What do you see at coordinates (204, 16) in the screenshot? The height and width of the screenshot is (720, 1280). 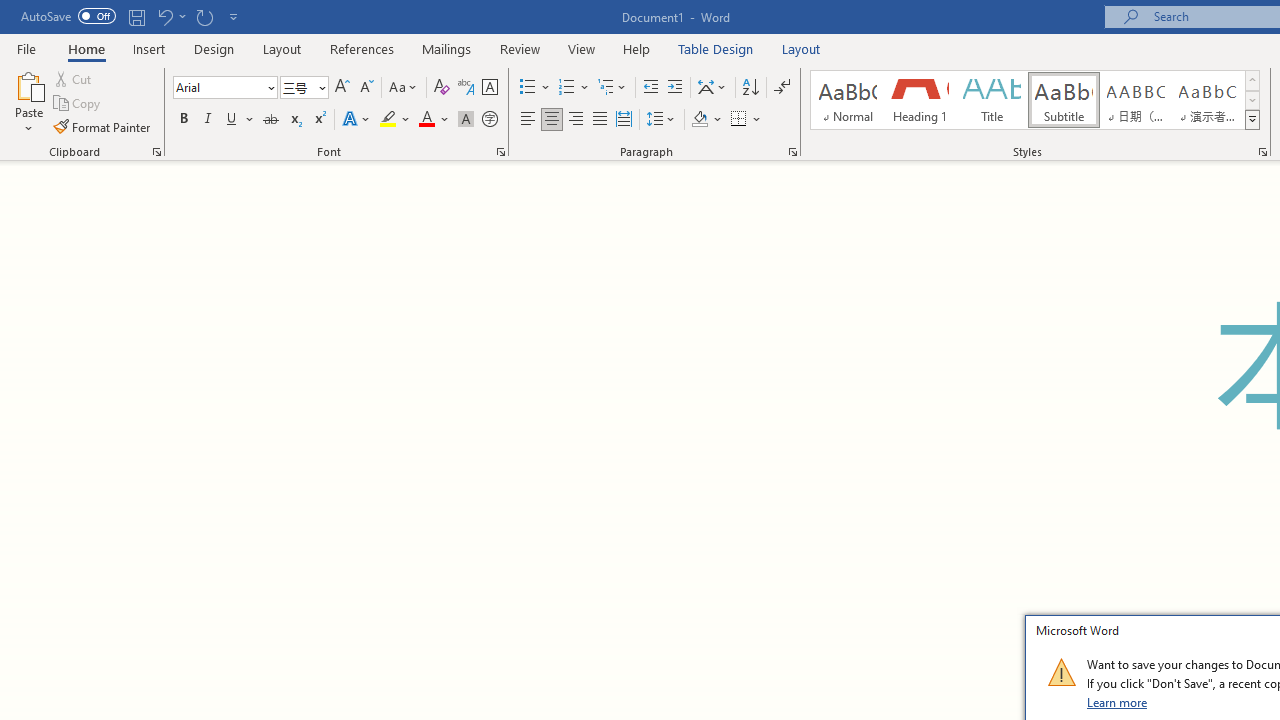 I see `'Repeat Doc Close'` at bounding box center [204, 16].